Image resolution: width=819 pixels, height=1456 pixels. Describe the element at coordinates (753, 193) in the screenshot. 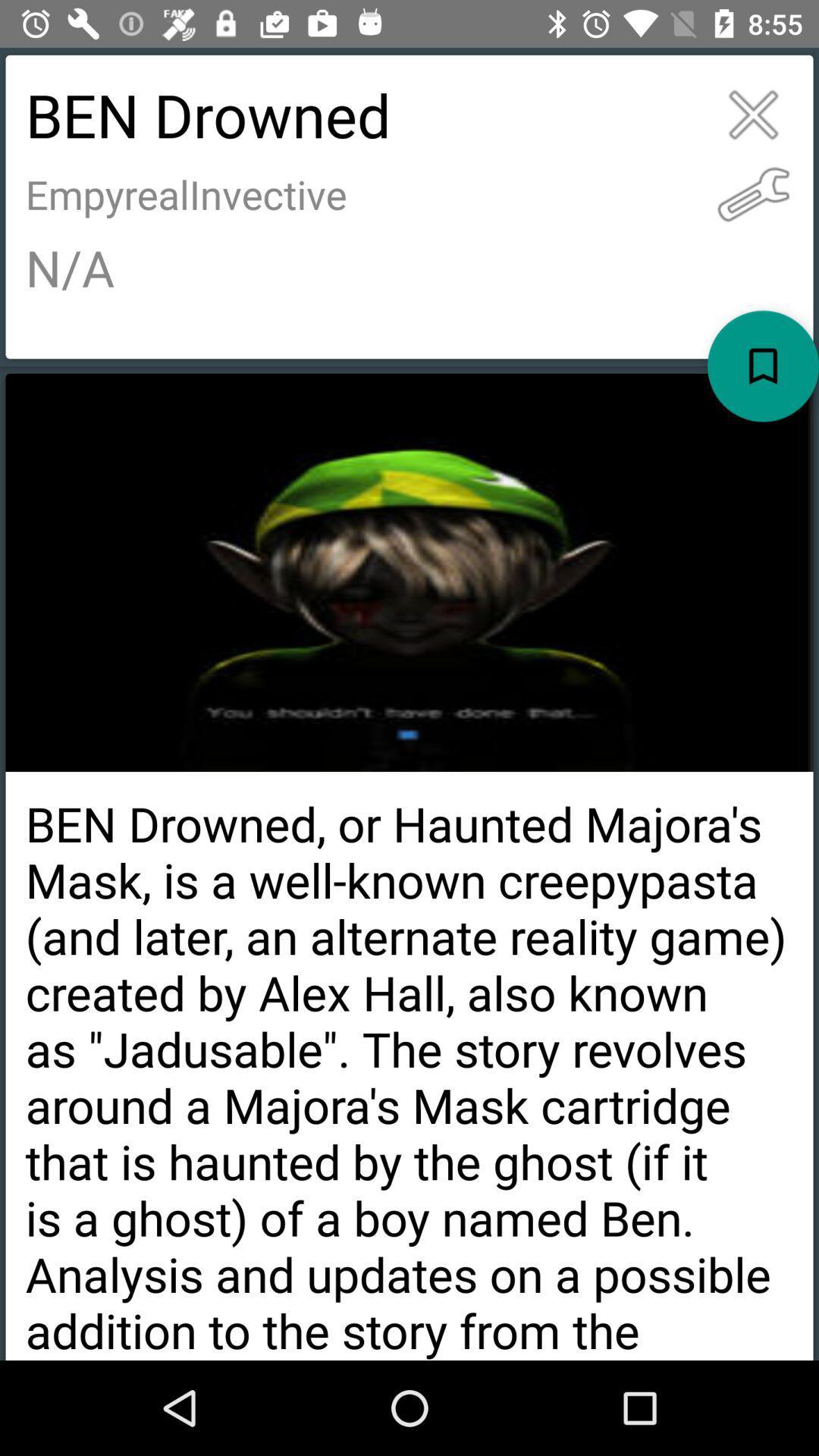

I see `repair` at that location.